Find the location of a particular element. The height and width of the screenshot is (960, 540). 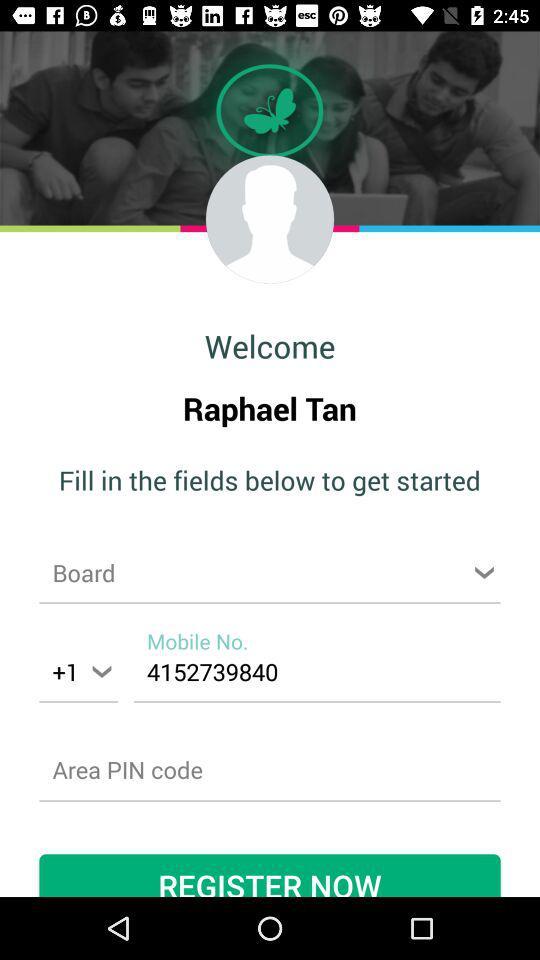

password page is located at coordinates (270, 769).